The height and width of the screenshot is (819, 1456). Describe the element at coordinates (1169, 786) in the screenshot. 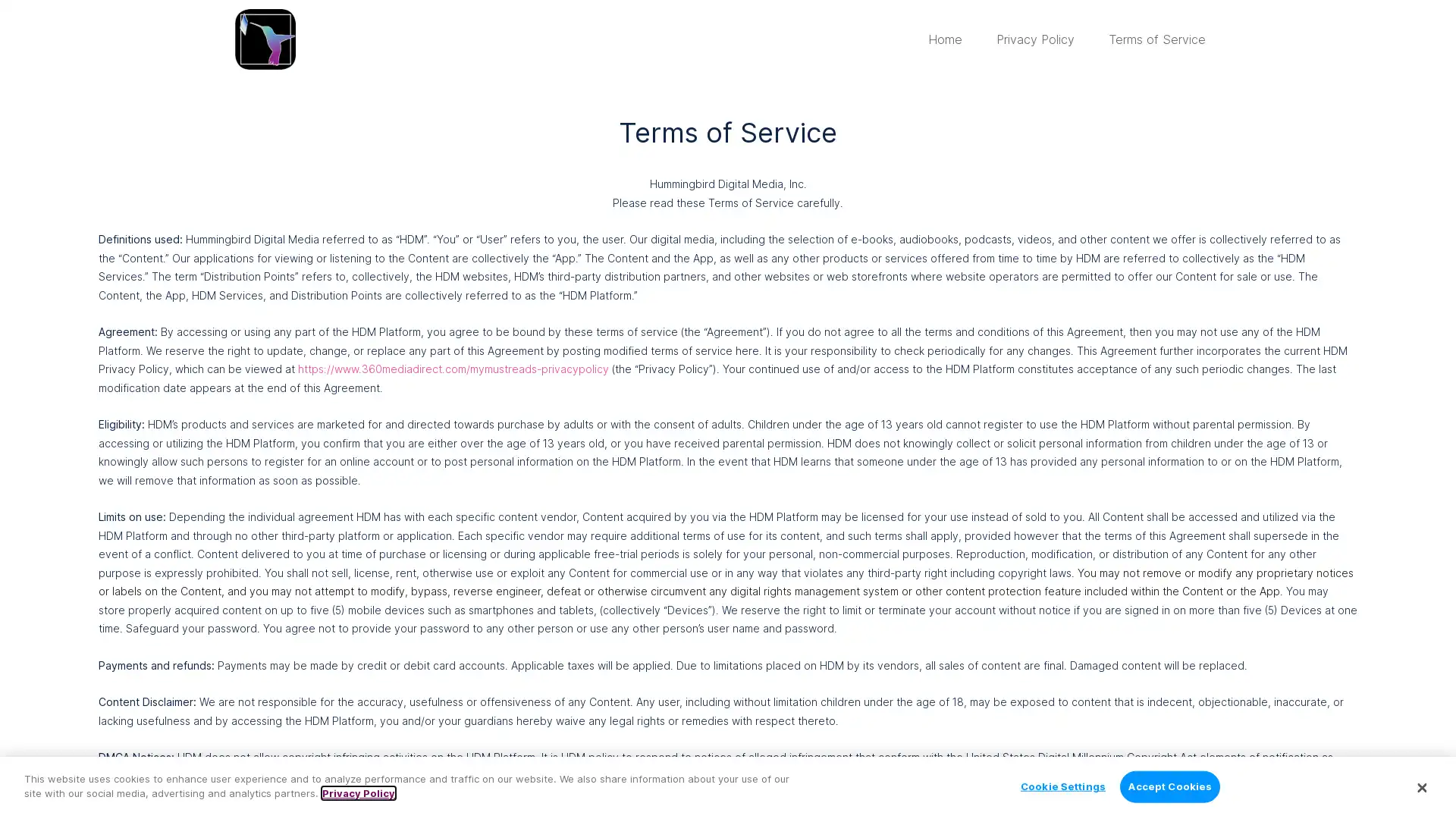

I see `Accept Cookies` at that location.